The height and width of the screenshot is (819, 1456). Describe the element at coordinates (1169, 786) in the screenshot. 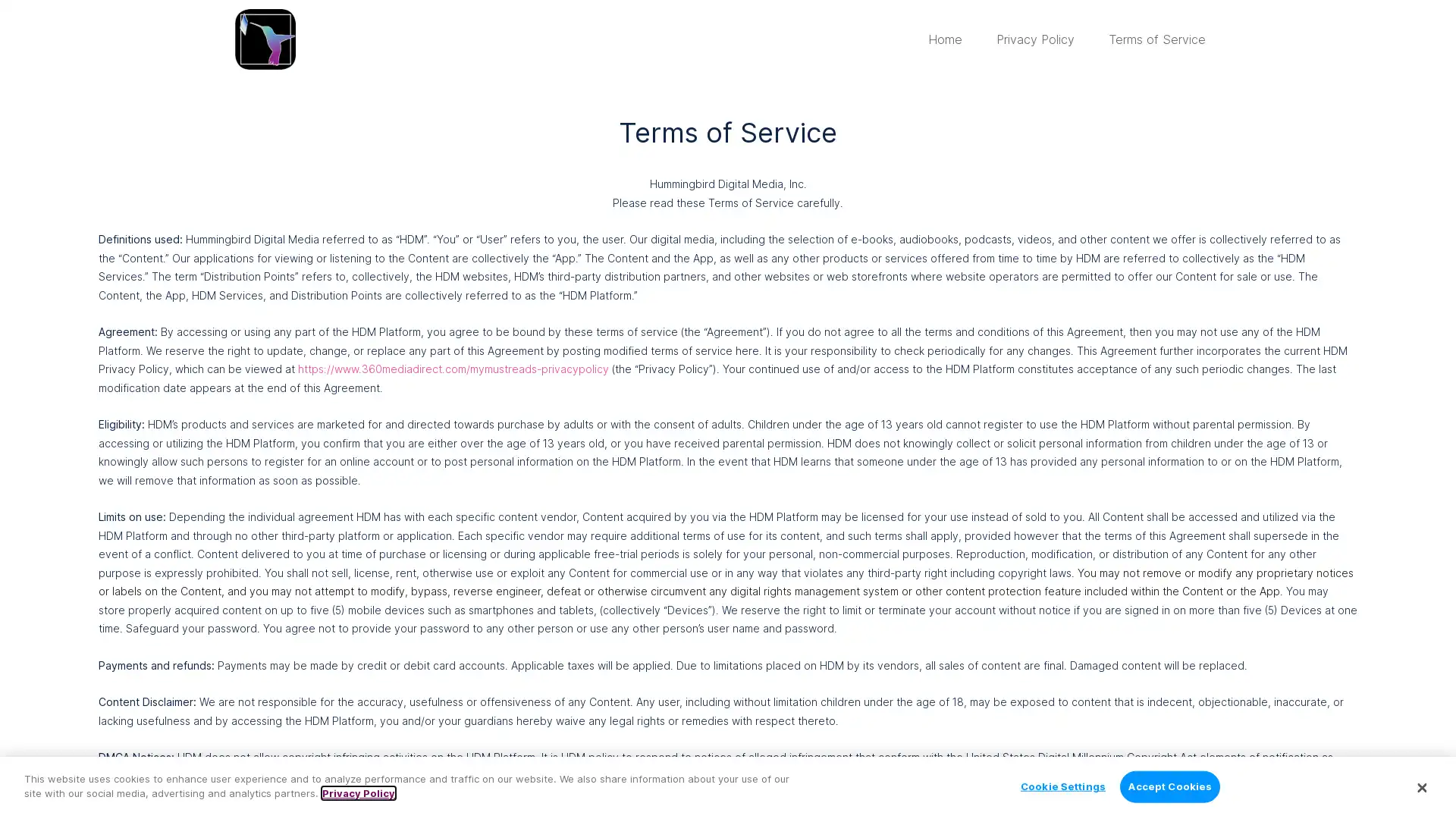

I see `Accept Cookies` at that location.